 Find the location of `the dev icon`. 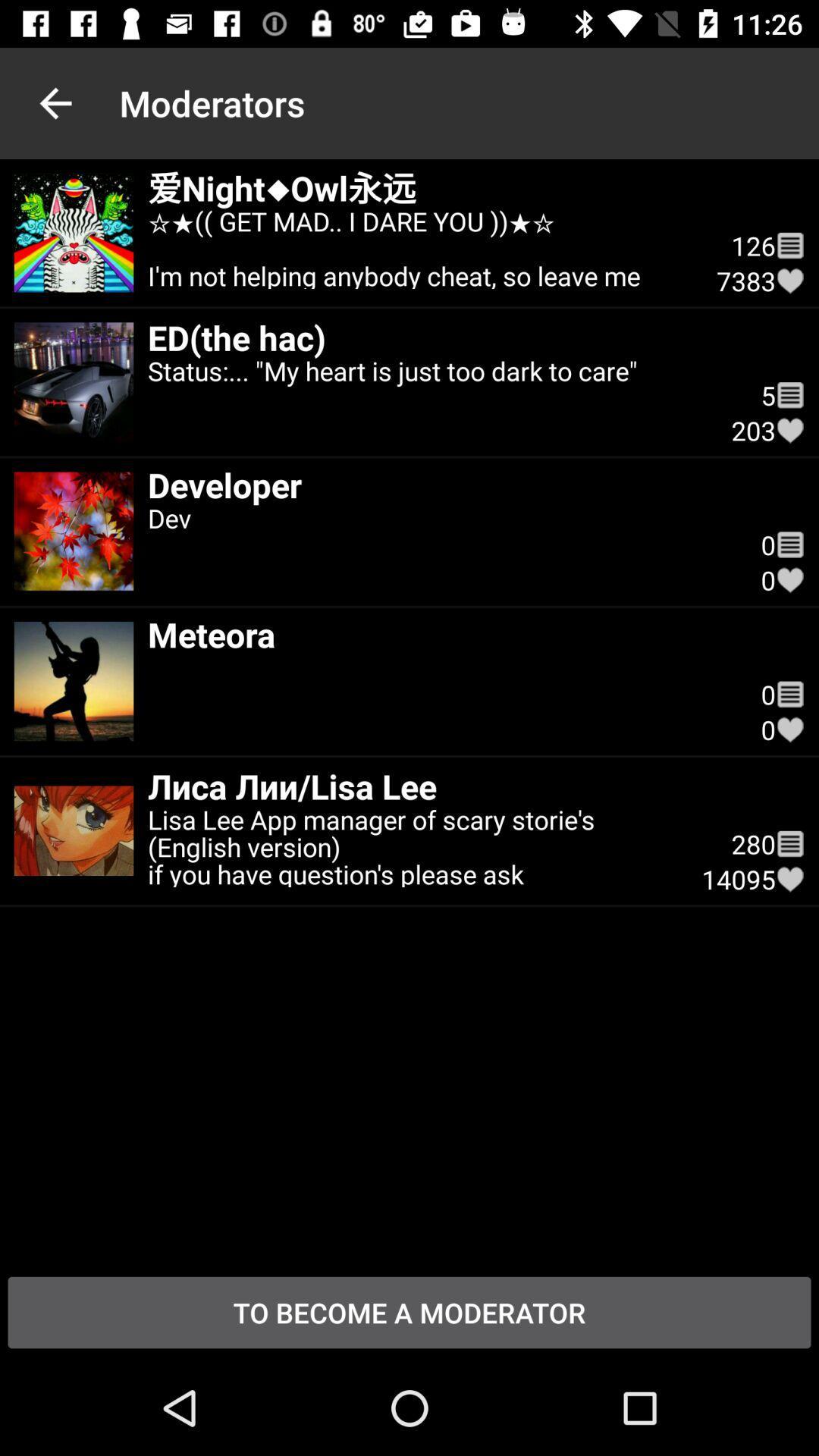

the dev icon is located at coordinates (440, 545).